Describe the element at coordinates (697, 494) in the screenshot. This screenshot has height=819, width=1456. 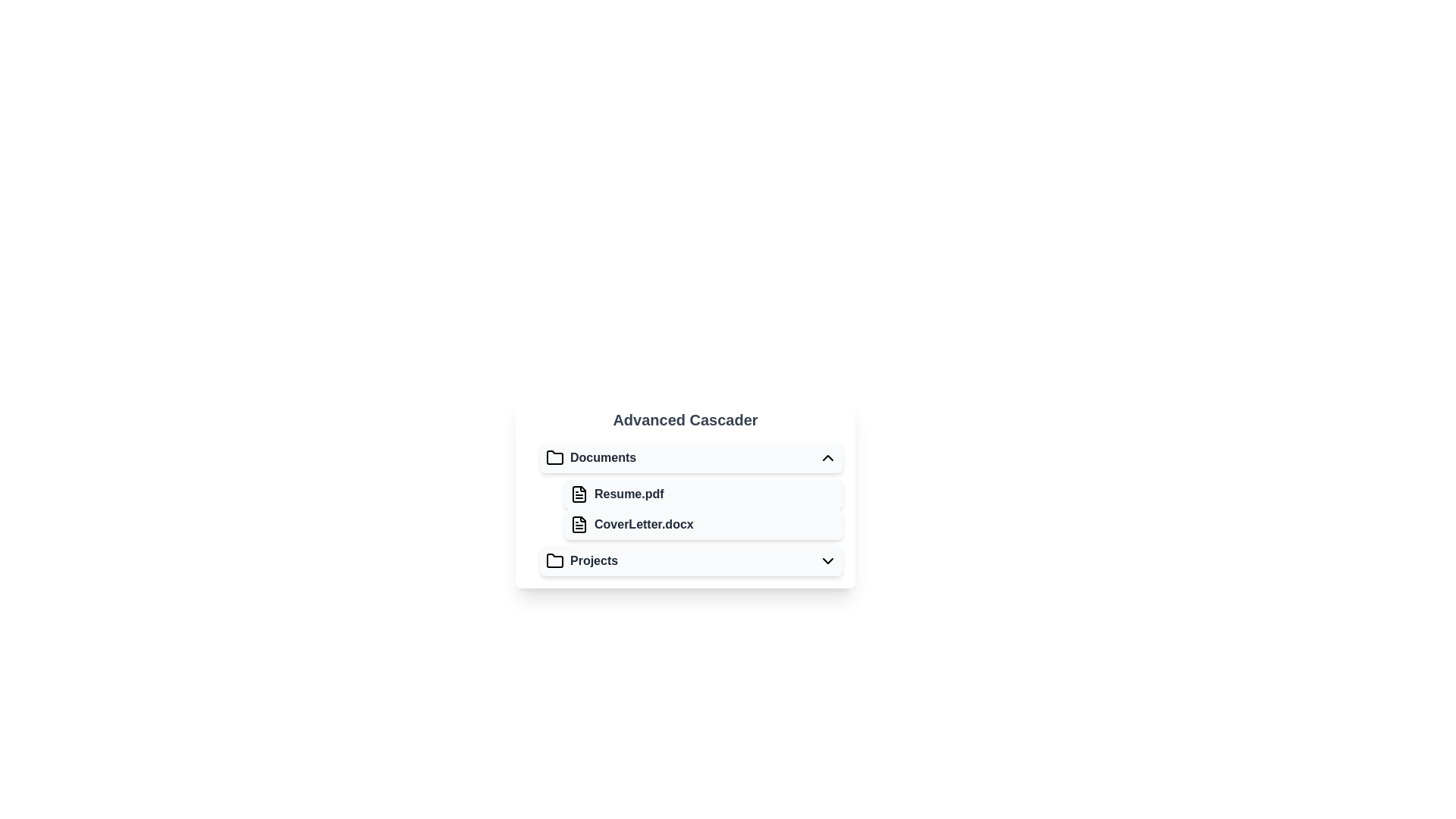
I see `the file item labeled 'Resume.pdf'` at that location.